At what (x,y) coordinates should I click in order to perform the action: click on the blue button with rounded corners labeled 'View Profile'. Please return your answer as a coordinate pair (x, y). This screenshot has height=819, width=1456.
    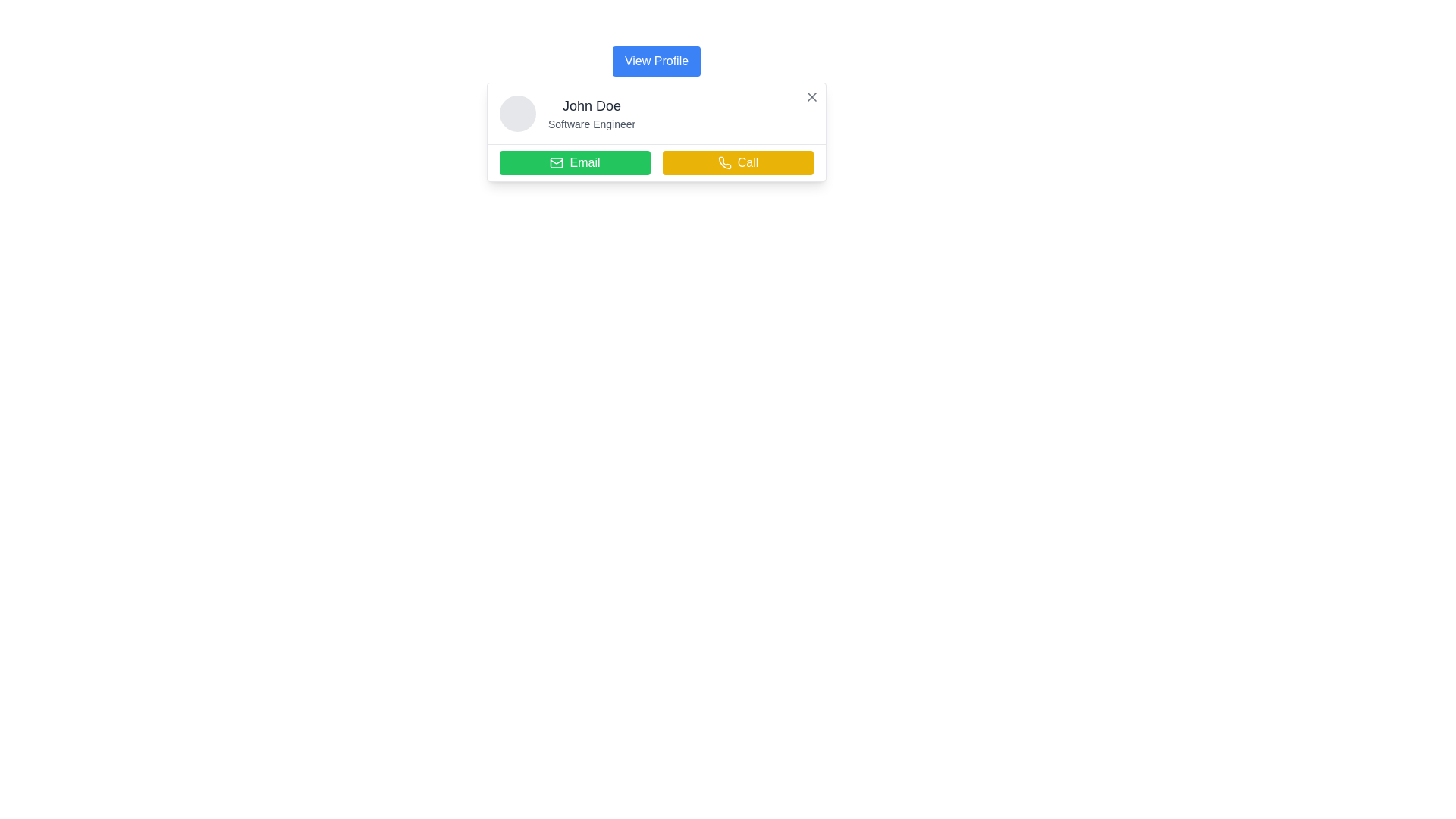
    Looking at the image, I should click on (656, 61).